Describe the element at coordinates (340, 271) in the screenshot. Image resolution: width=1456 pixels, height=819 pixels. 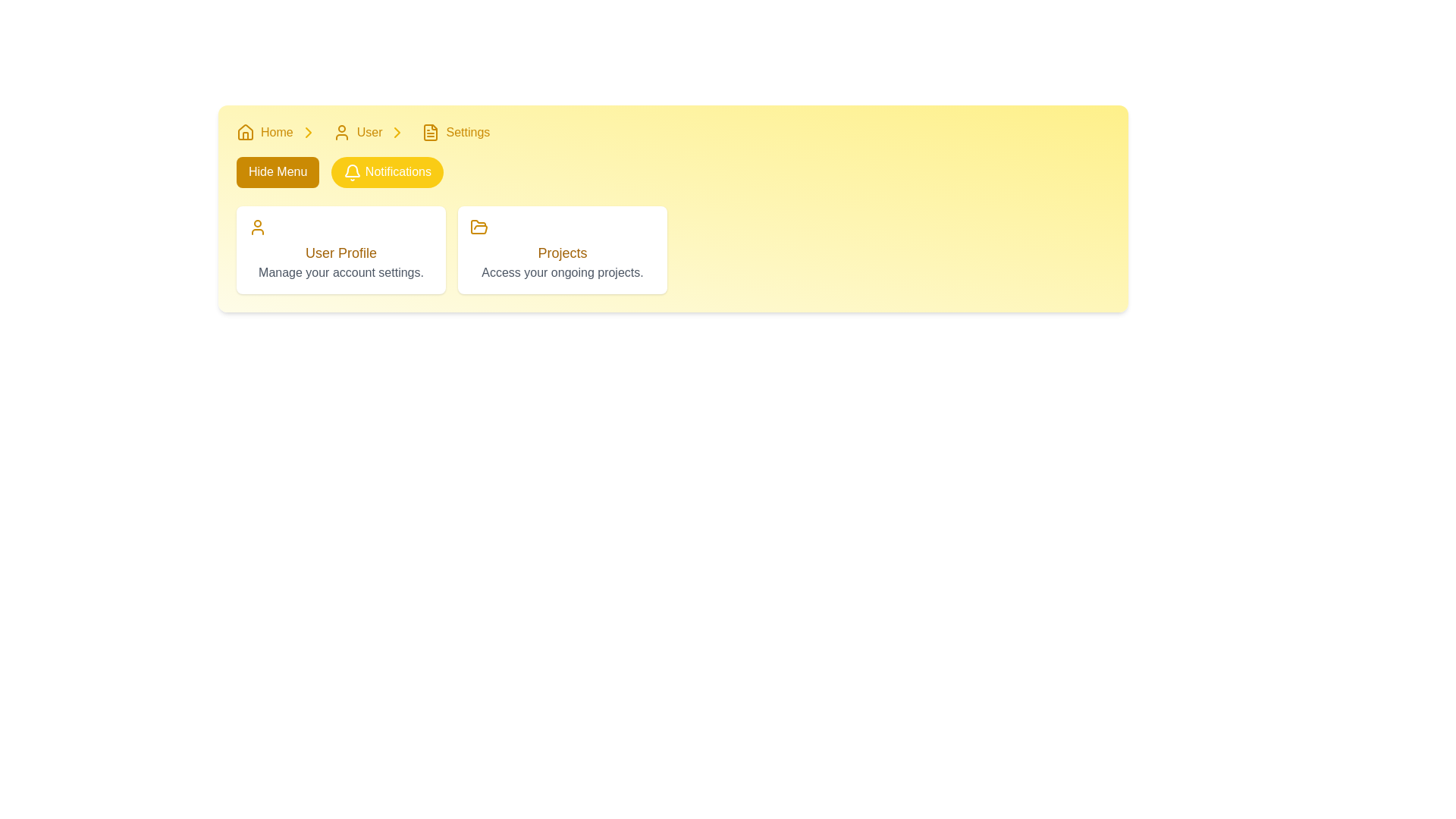
I see `text label 'Manage your account settings.' located beneath the heading 'User Profile' in the left section of the interface` at that location.